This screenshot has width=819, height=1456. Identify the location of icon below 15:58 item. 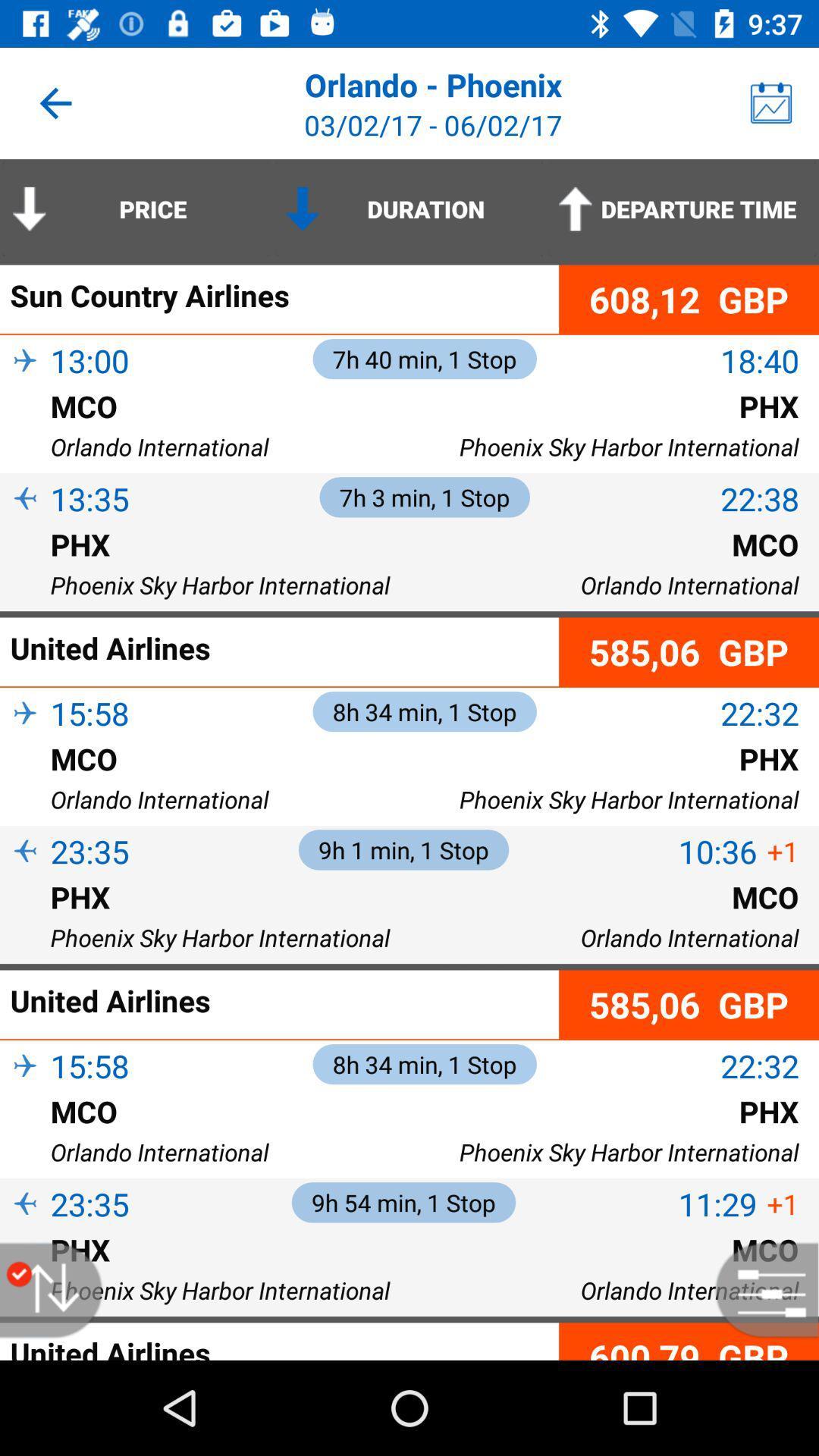
(25, 1090).